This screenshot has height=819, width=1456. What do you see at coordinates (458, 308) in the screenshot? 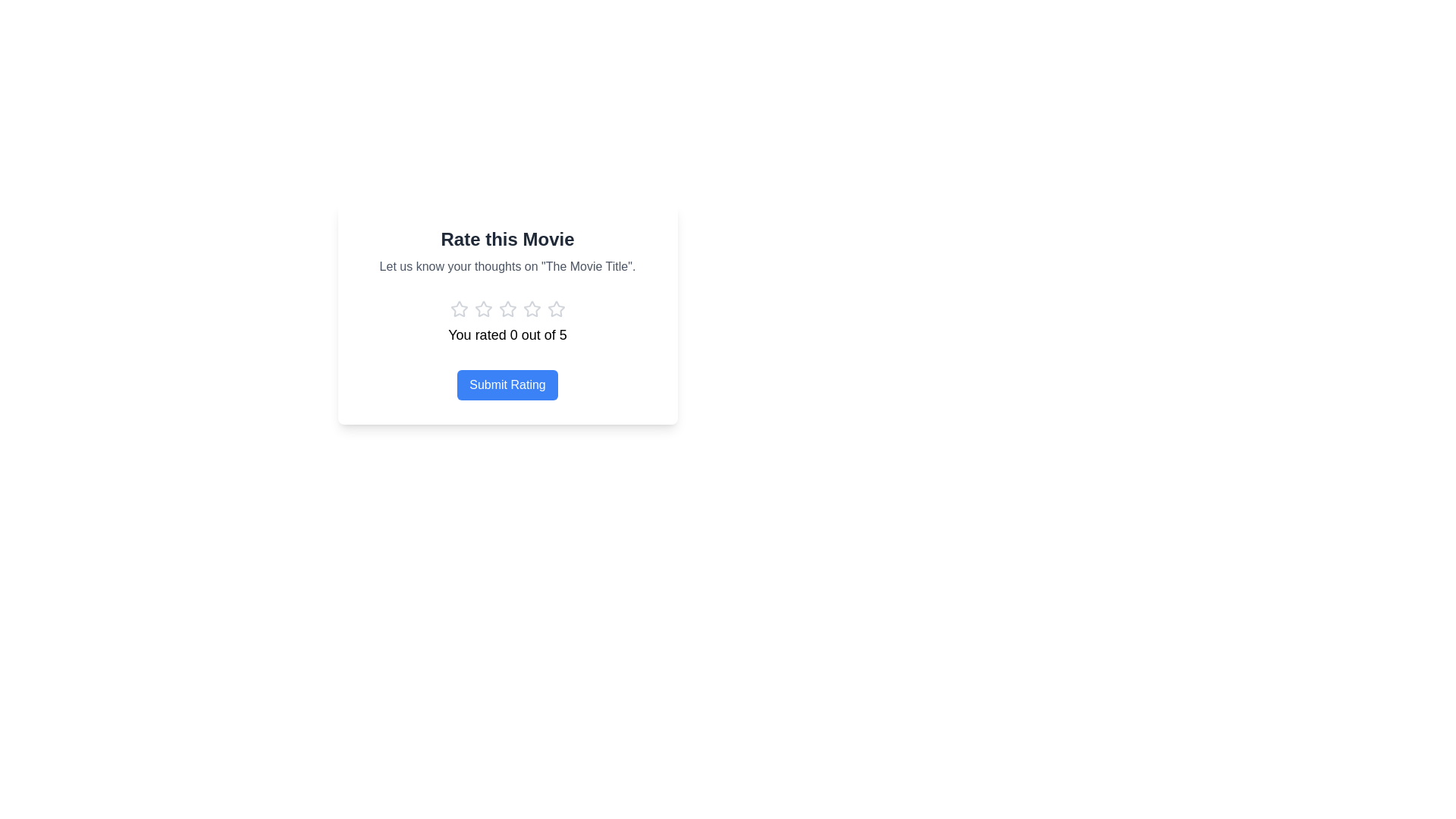
I see `the leftmost gray outlined star in the rating widget to assign a rating` at bounding box center [458, 308].